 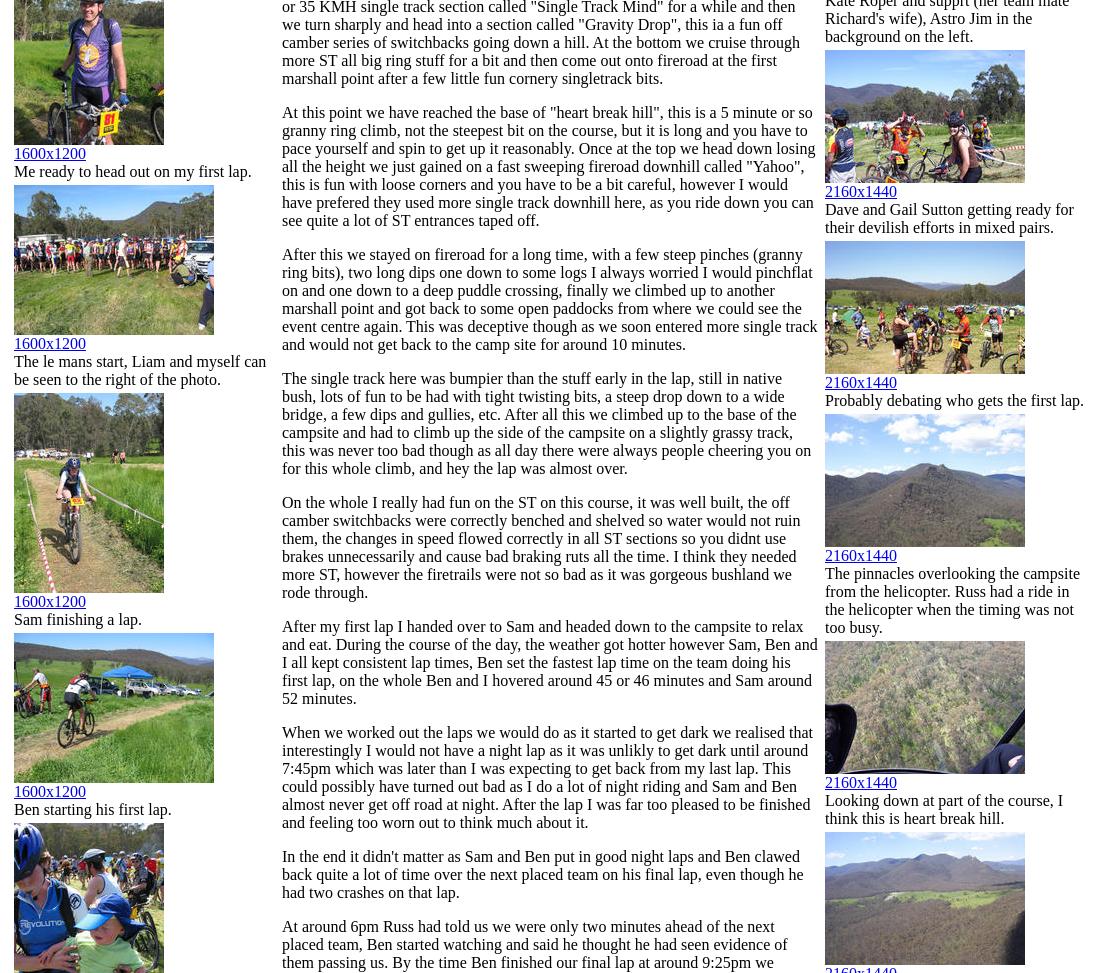 What do you see at coordinates (547, 776) in the screenshot?
I see `'When we worked out the laps we would do as it started to get dark we realised
that interestingly I would not have a night lap as it was unlikly to get dark
until around 7:45pm which was later than I was expecting to get back from my
last lap. This could possibly have turned out bad as I do a lot of night
riding and Sam and Ben almost never get off road at night. After the lap I was
far too pleased to be finished and feeling too worn out to think much about
it.'` at bounding box center [547, 776].